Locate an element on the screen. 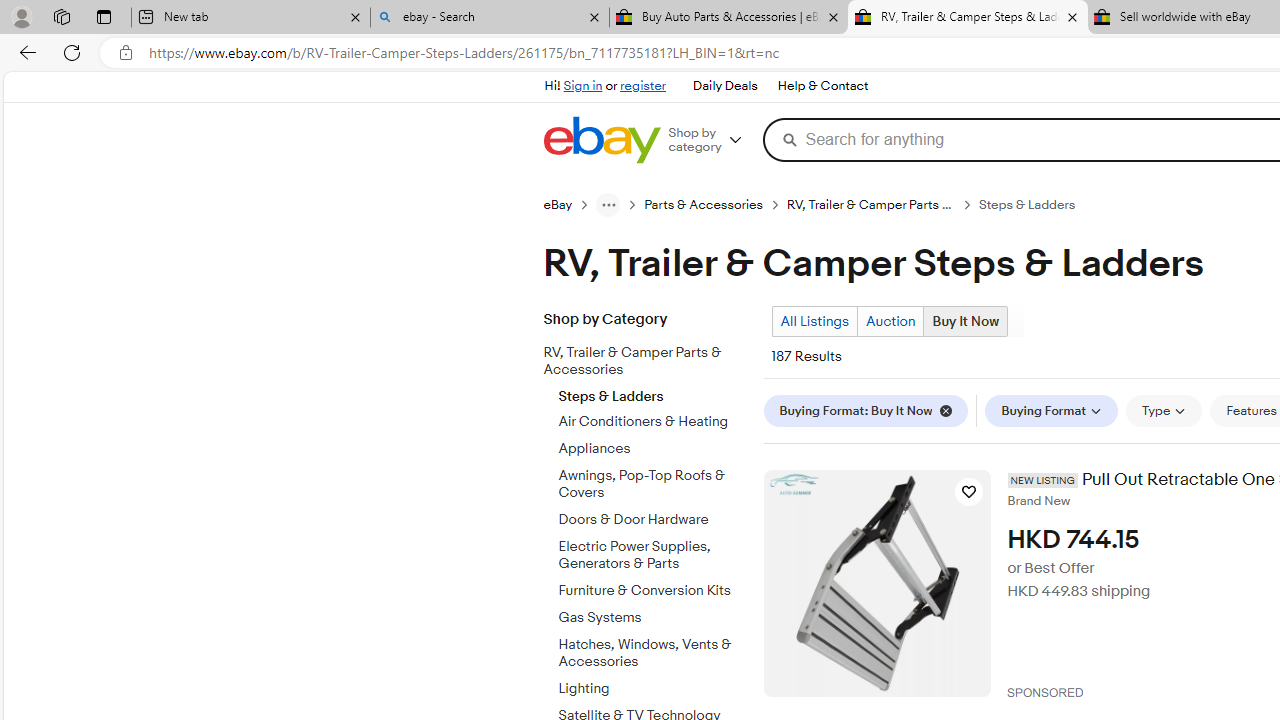 The height and width of the screenshot is (720, 1280). 'RV, Trailer & Camper Steps & Ladders for sale | eBay' is located at coordinates (967, 17).